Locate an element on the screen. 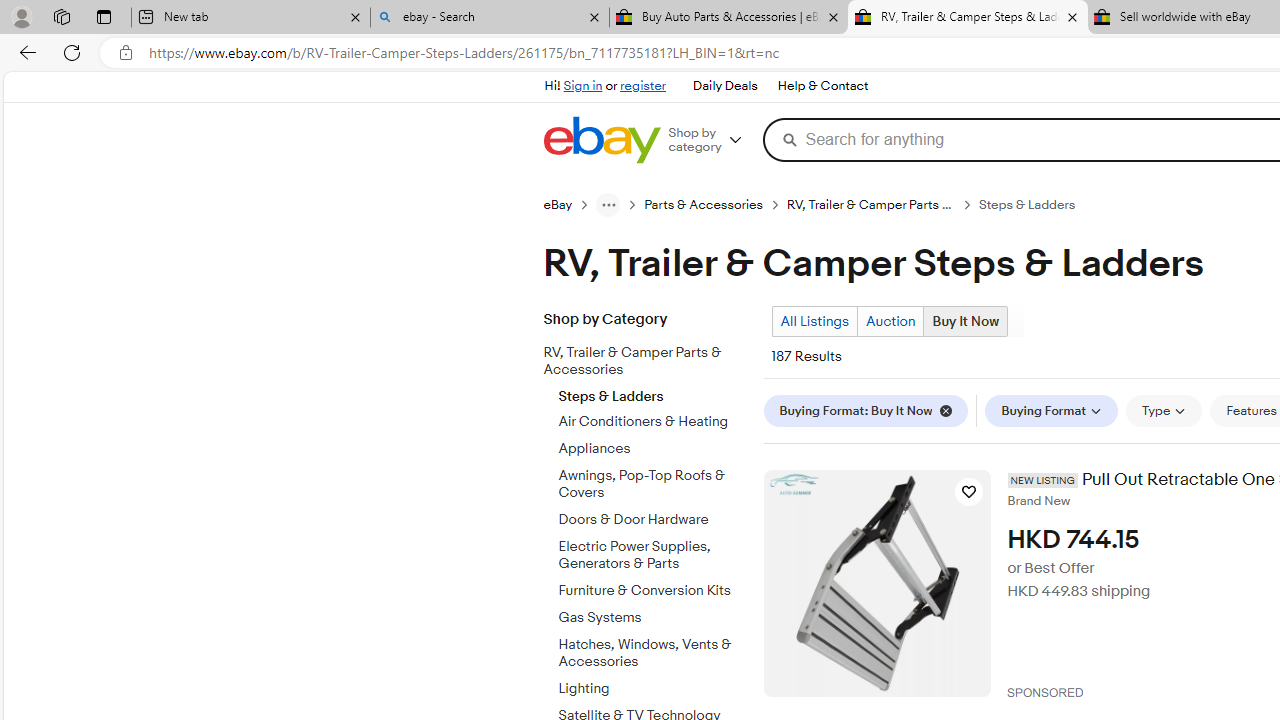 The height and width of the screenshot is (720, 1280). 'RV, Trailer & Camper Steps & Ladders for sale | eBay' is located at coordinates (967, 17).